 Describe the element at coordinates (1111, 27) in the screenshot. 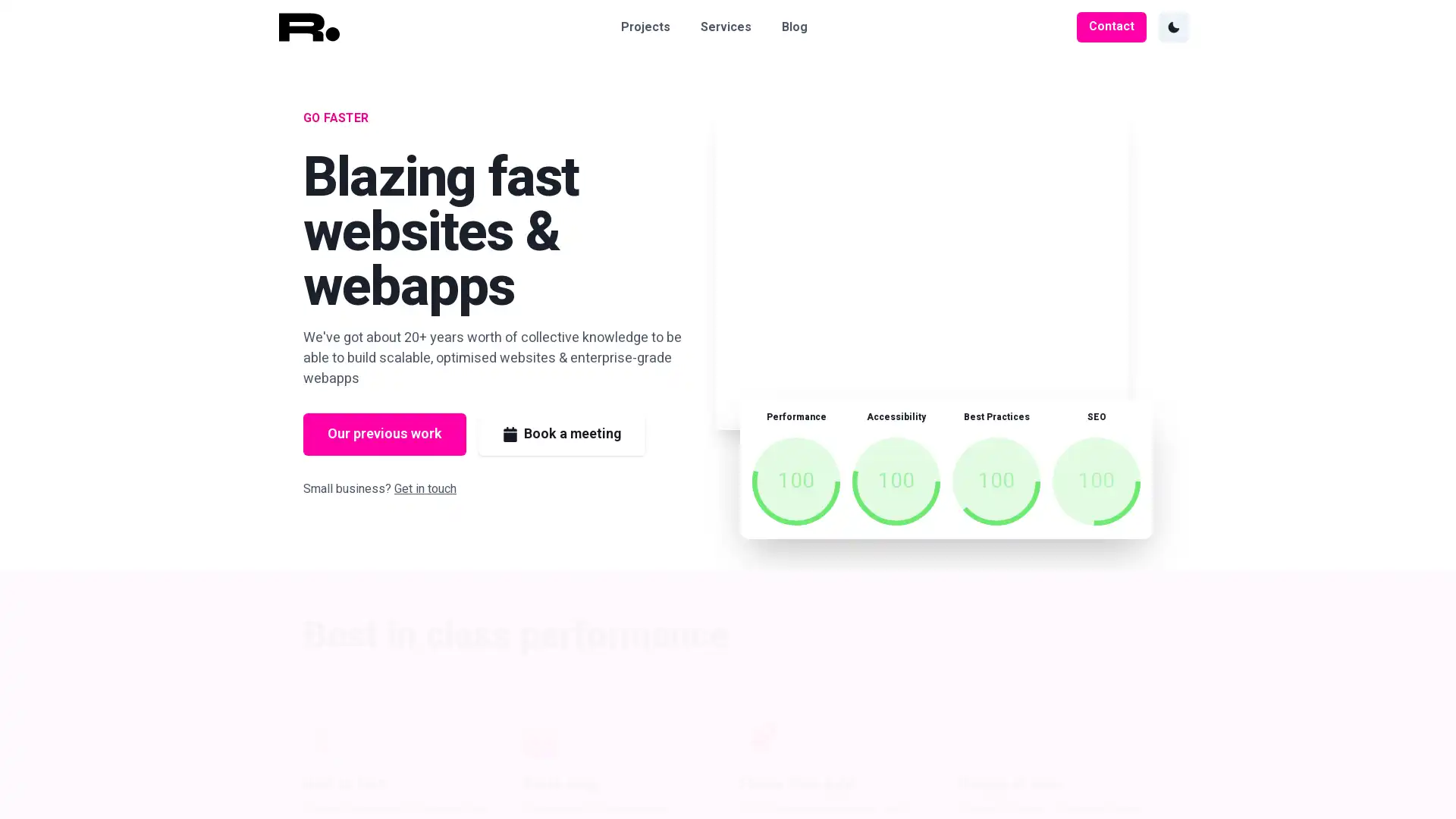

I see `Contact` at that location.